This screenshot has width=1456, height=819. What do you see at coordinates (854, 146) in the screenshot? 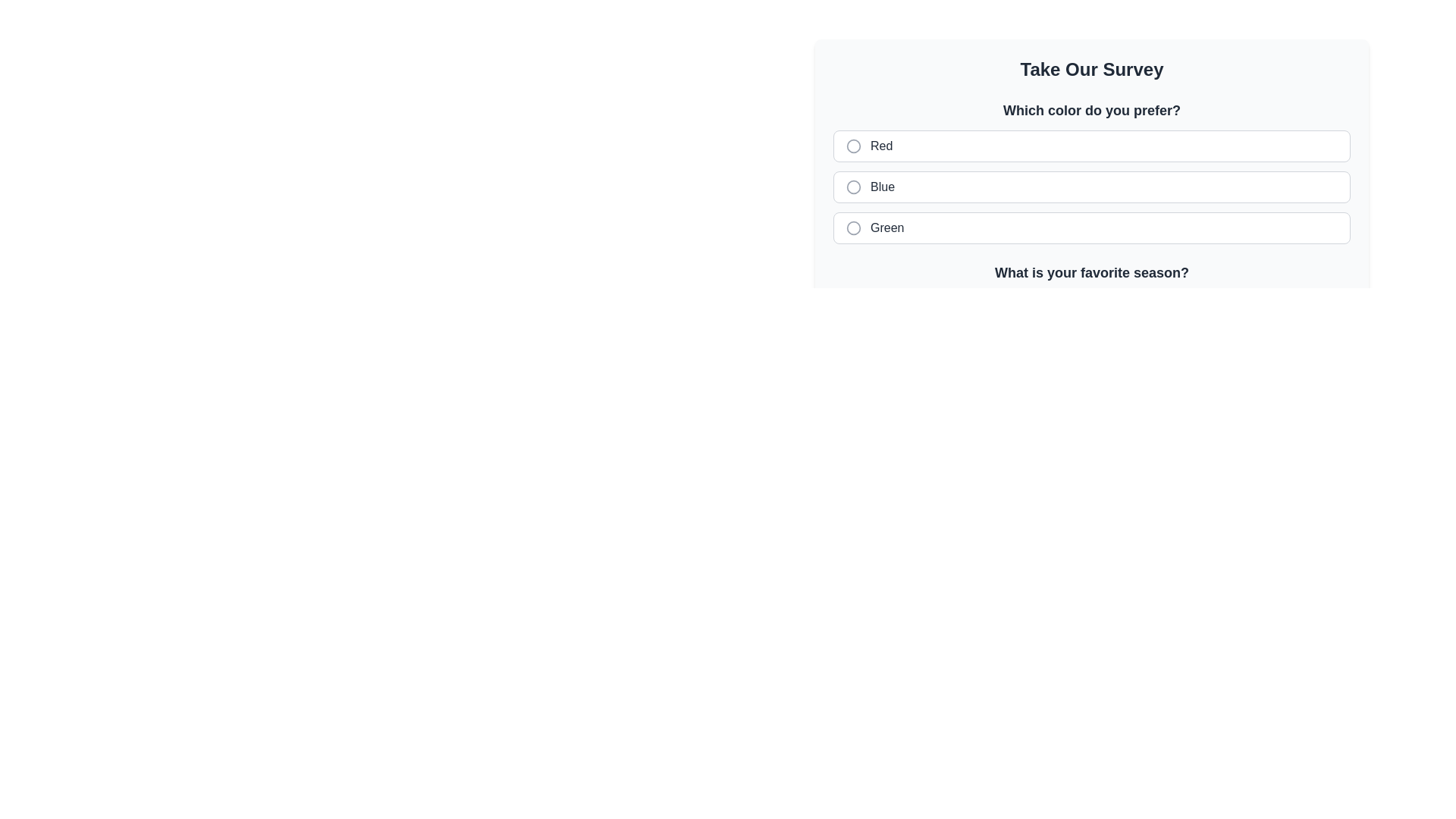
I see `the circular checkbox indicator associated with the survey question 'Which color do you prefer?'` at bounding box center [854, 146].